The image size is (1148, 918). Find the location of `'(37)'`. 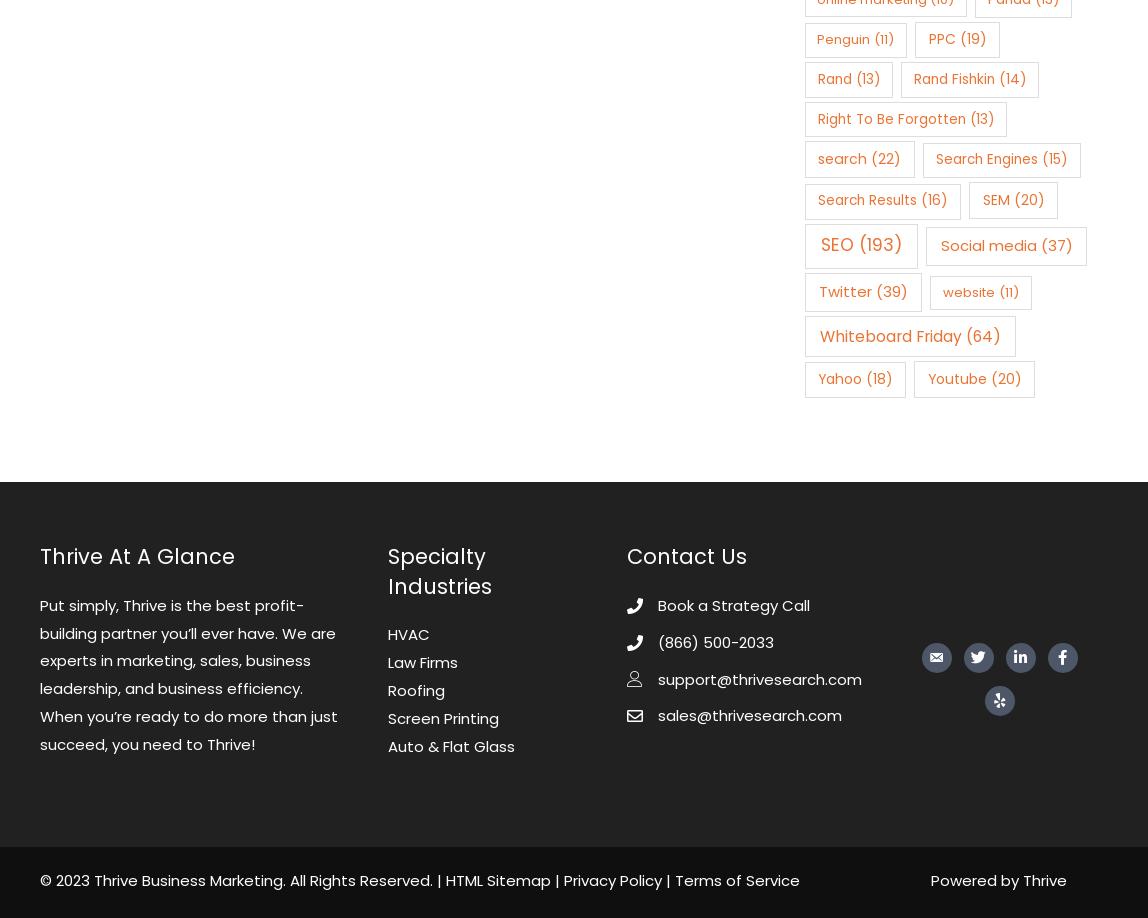

'(37)' is located at coordinates (1053, 244).